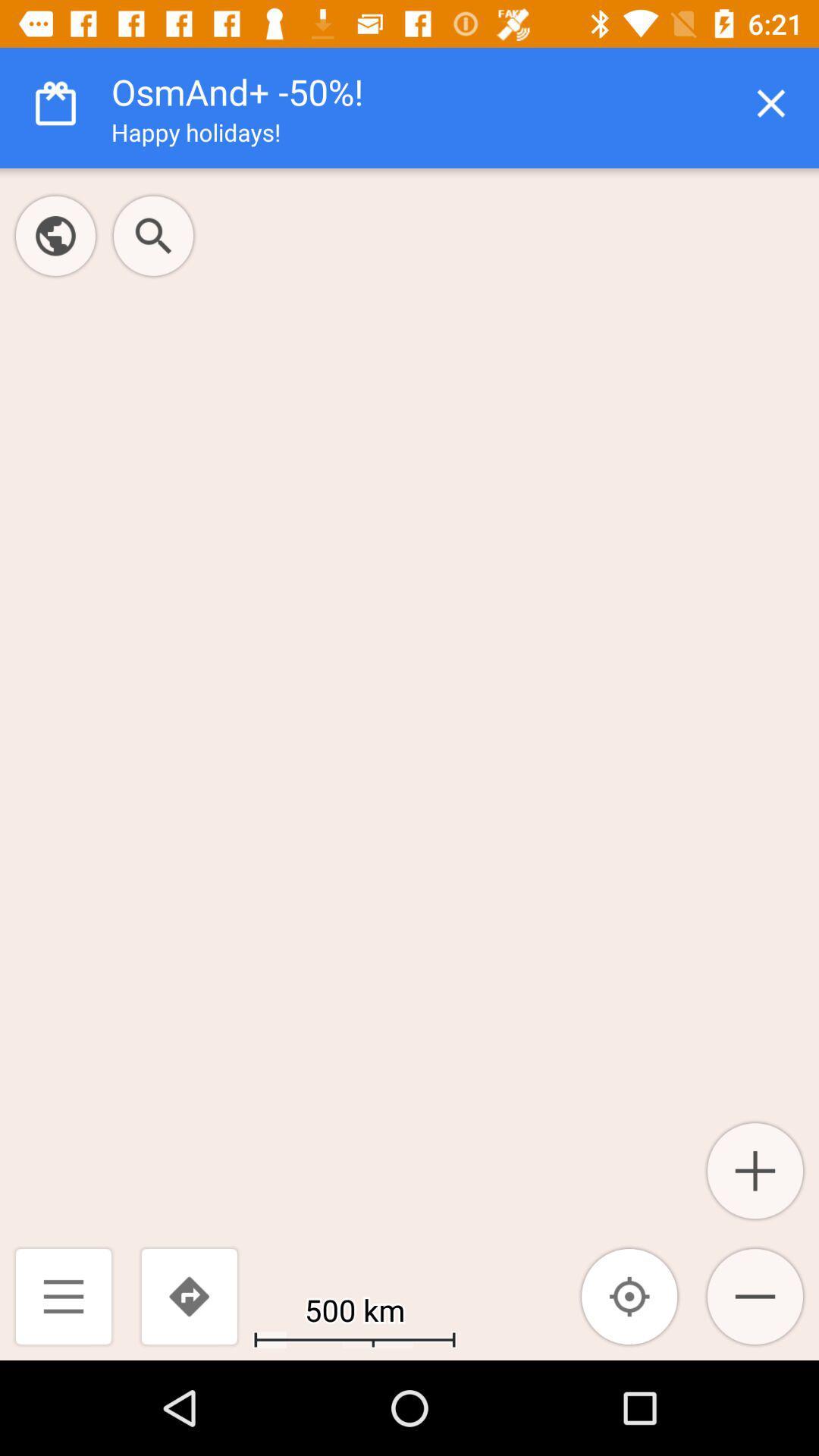 The width and height of the screenshot is (819, 1456). What do you see at coordinates (629, 1295) in the screenshot?
I see `the location_crosshair icon` at bounding box center [629, 1295].